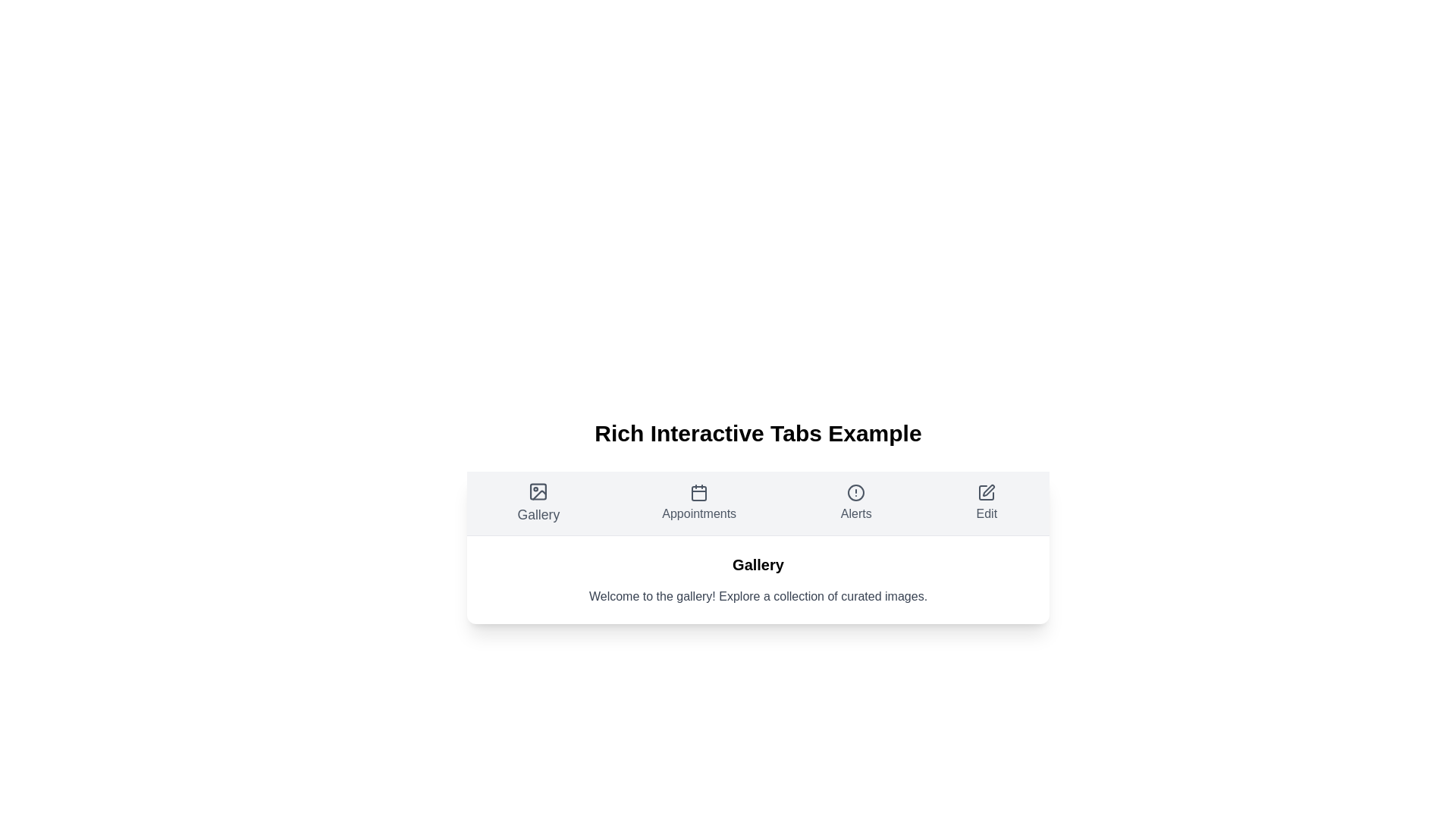  Describe the element at coordinates (855, 503) in the screenshot. I see `the tab labeled Alerts` at that location.